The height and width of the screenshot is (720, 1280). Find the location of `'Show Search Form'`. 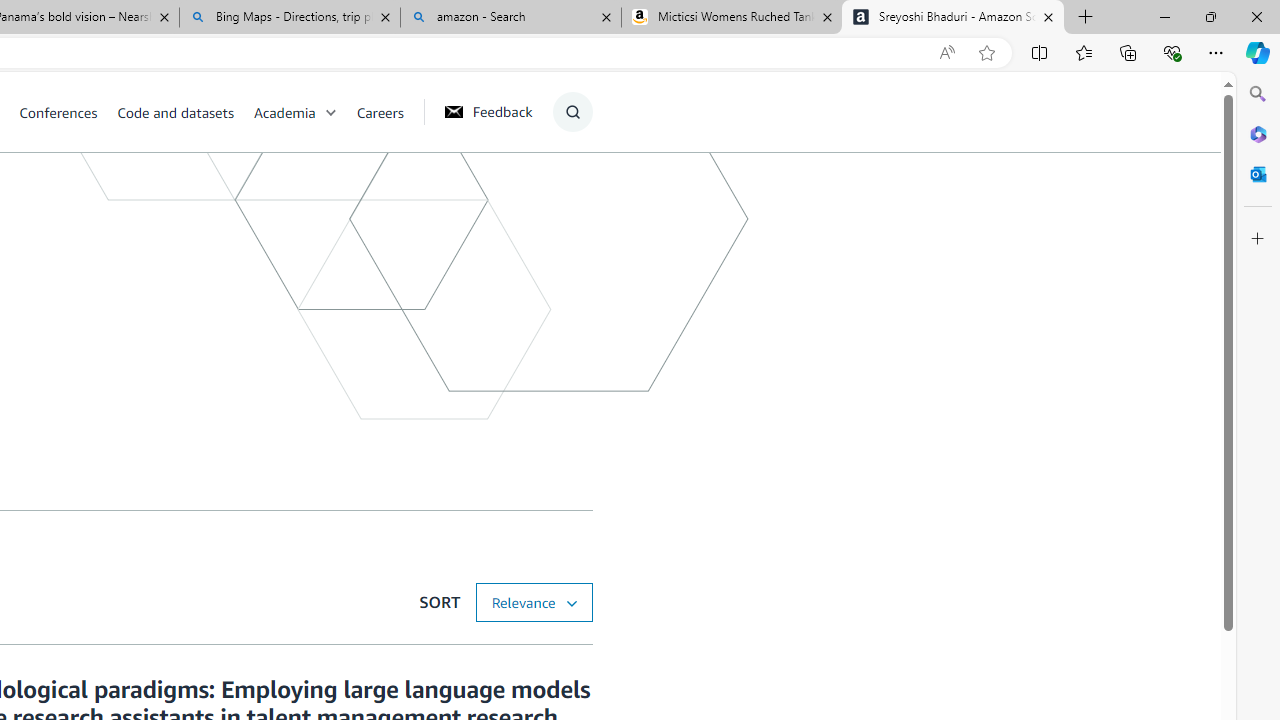

'Show Search Form' is located at coordinates (571, 111).